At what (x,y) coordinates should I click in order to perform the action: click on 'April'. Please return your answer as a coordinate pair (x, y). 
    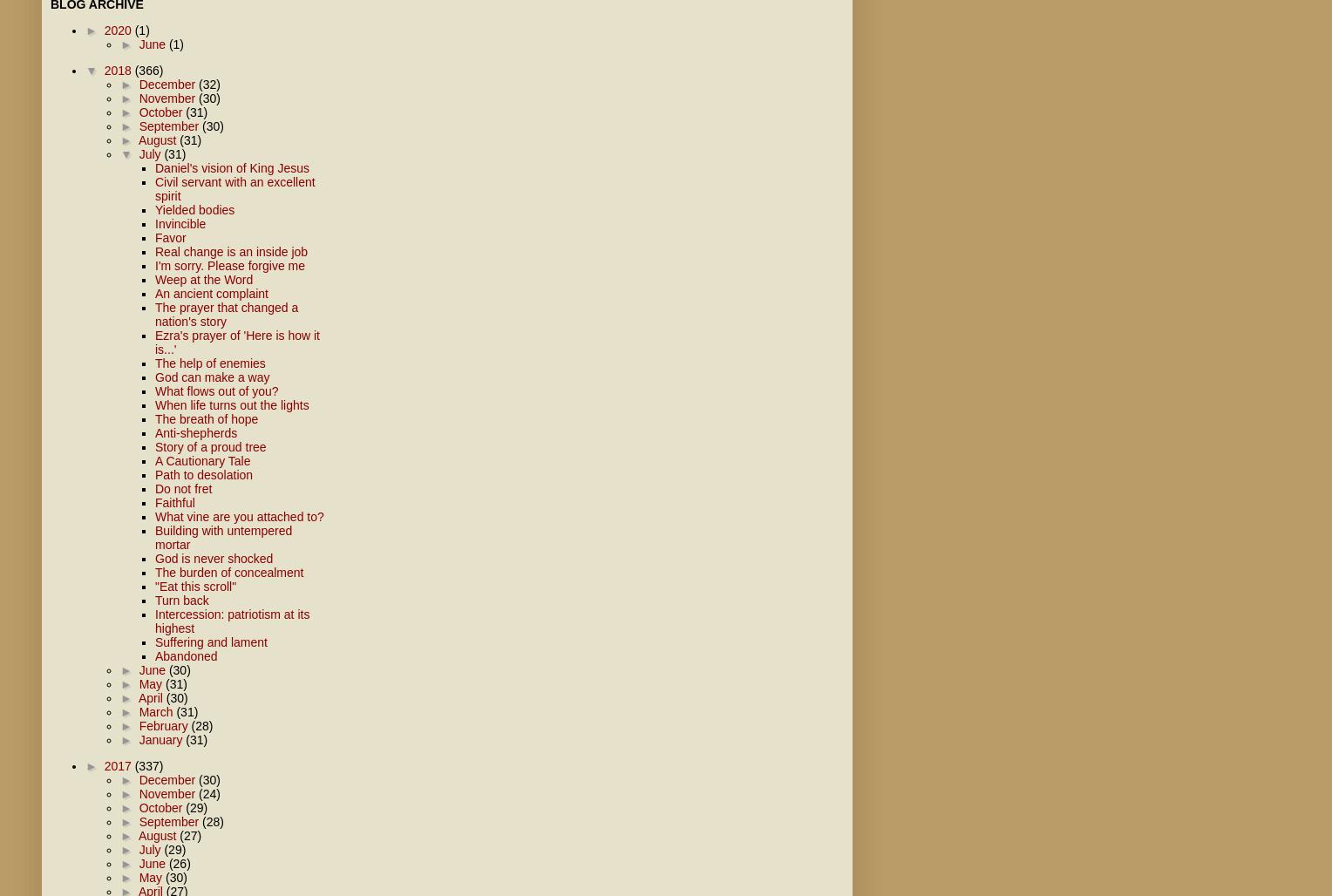
    Looking at the image, I should click on (152, 698).